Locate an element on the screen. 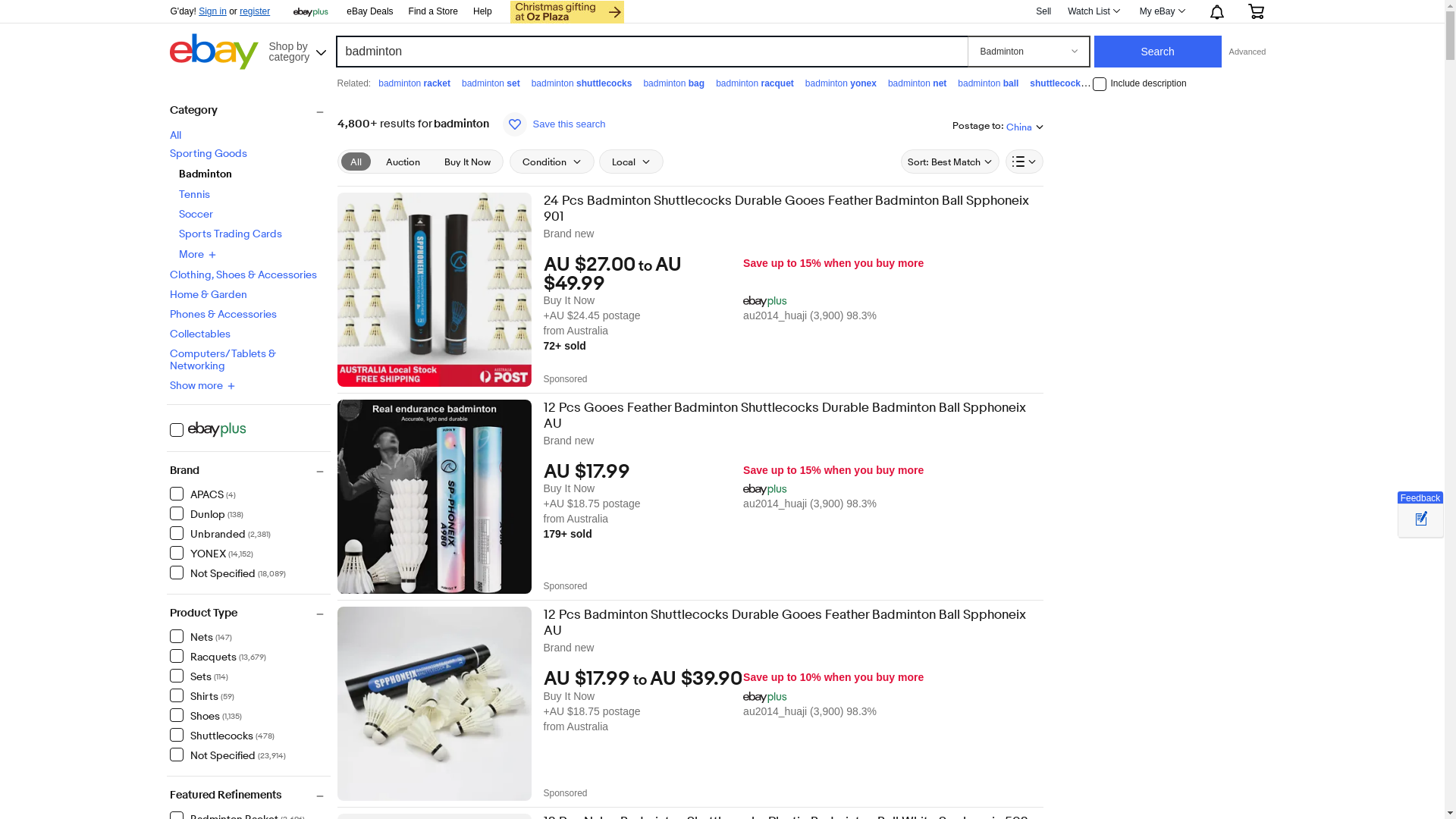  'Save this search' is located at coordinates (497, 124).